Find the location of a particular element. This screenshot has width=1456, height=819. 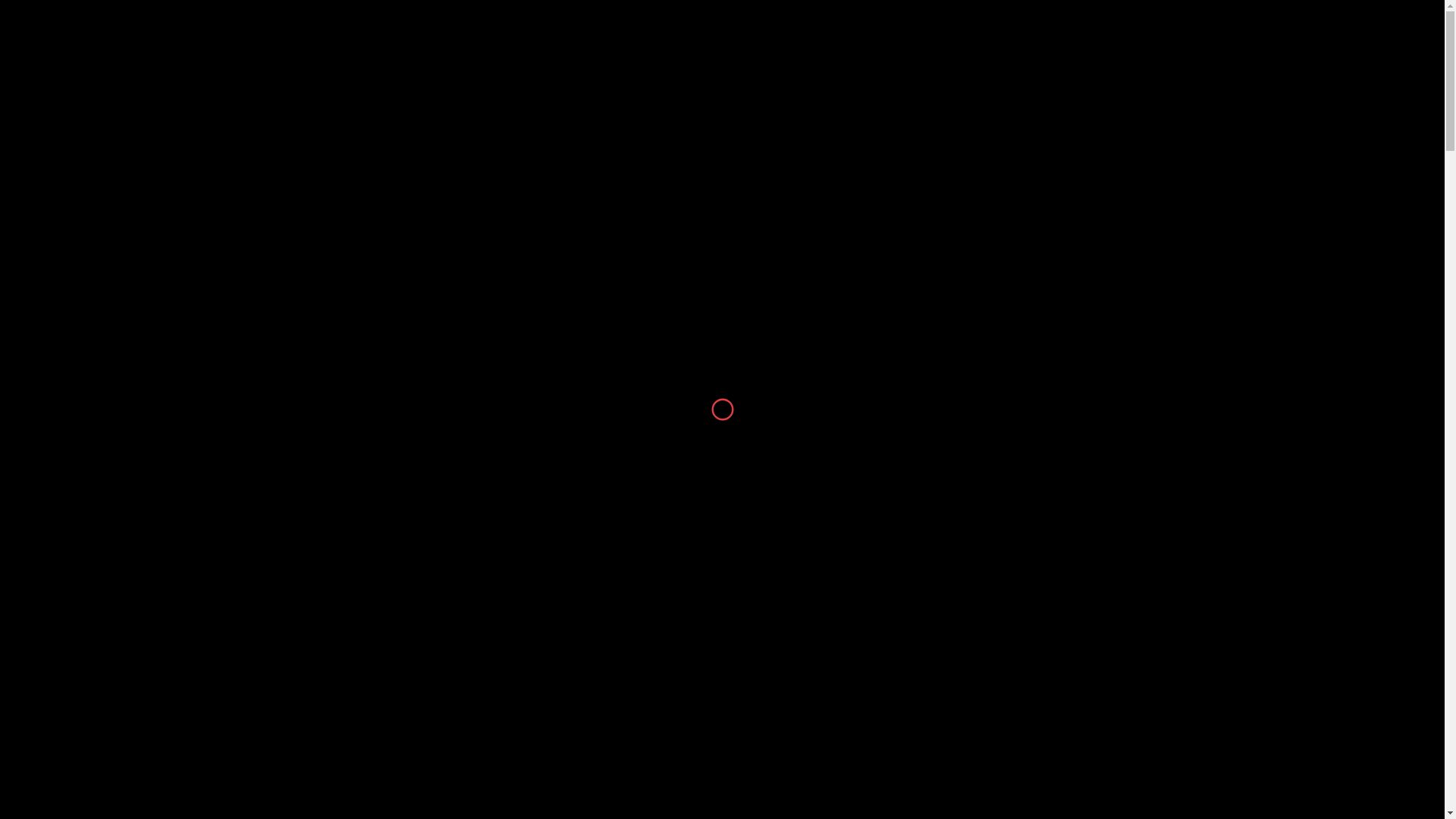

'NEW ARRIVAL' is located at coordinates (217, 51).